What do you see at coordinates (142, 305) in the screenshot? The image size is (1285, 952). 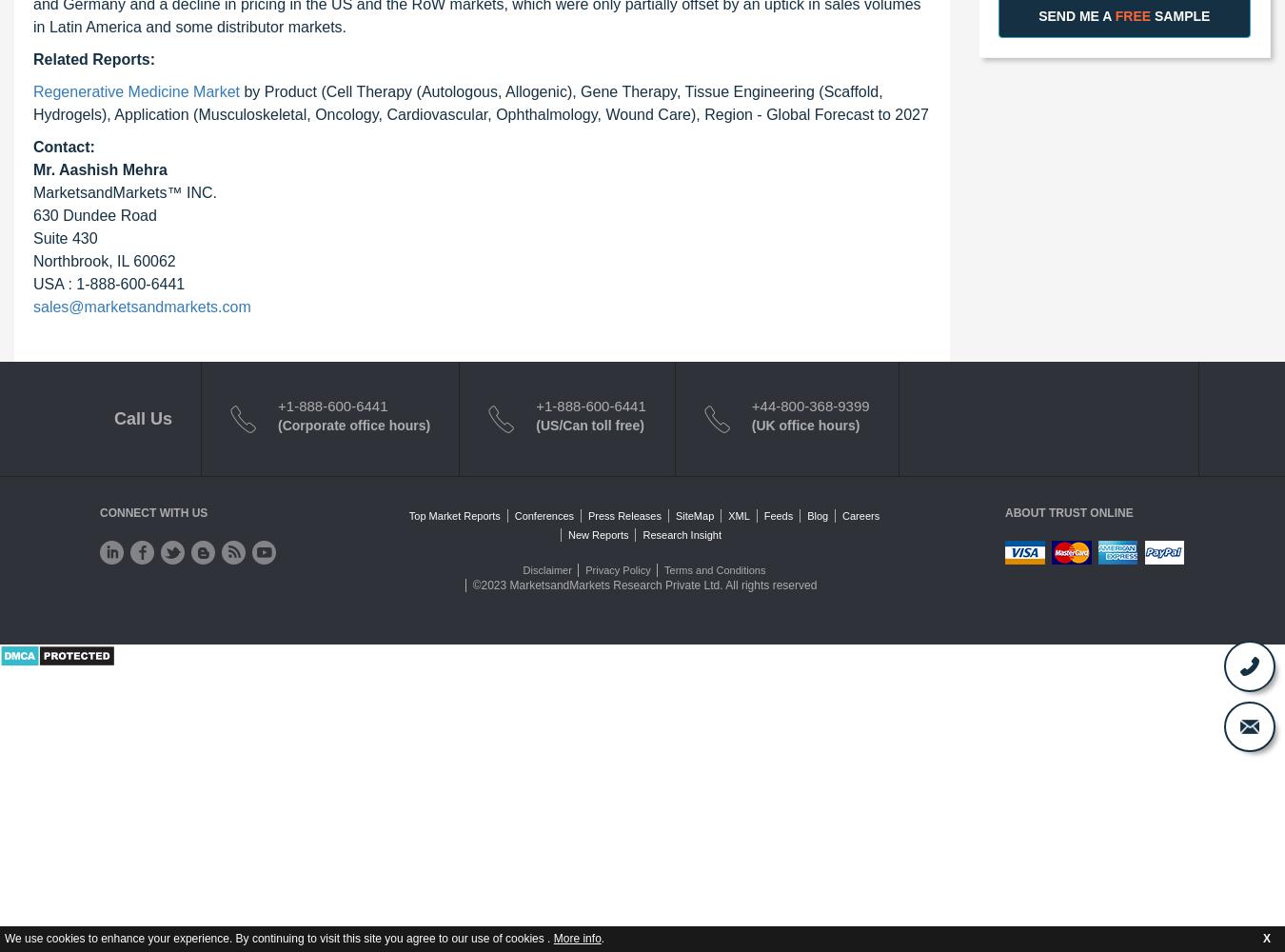 I see `'sales@marketsandmarkets.com'` at bounding box center [142, 305].